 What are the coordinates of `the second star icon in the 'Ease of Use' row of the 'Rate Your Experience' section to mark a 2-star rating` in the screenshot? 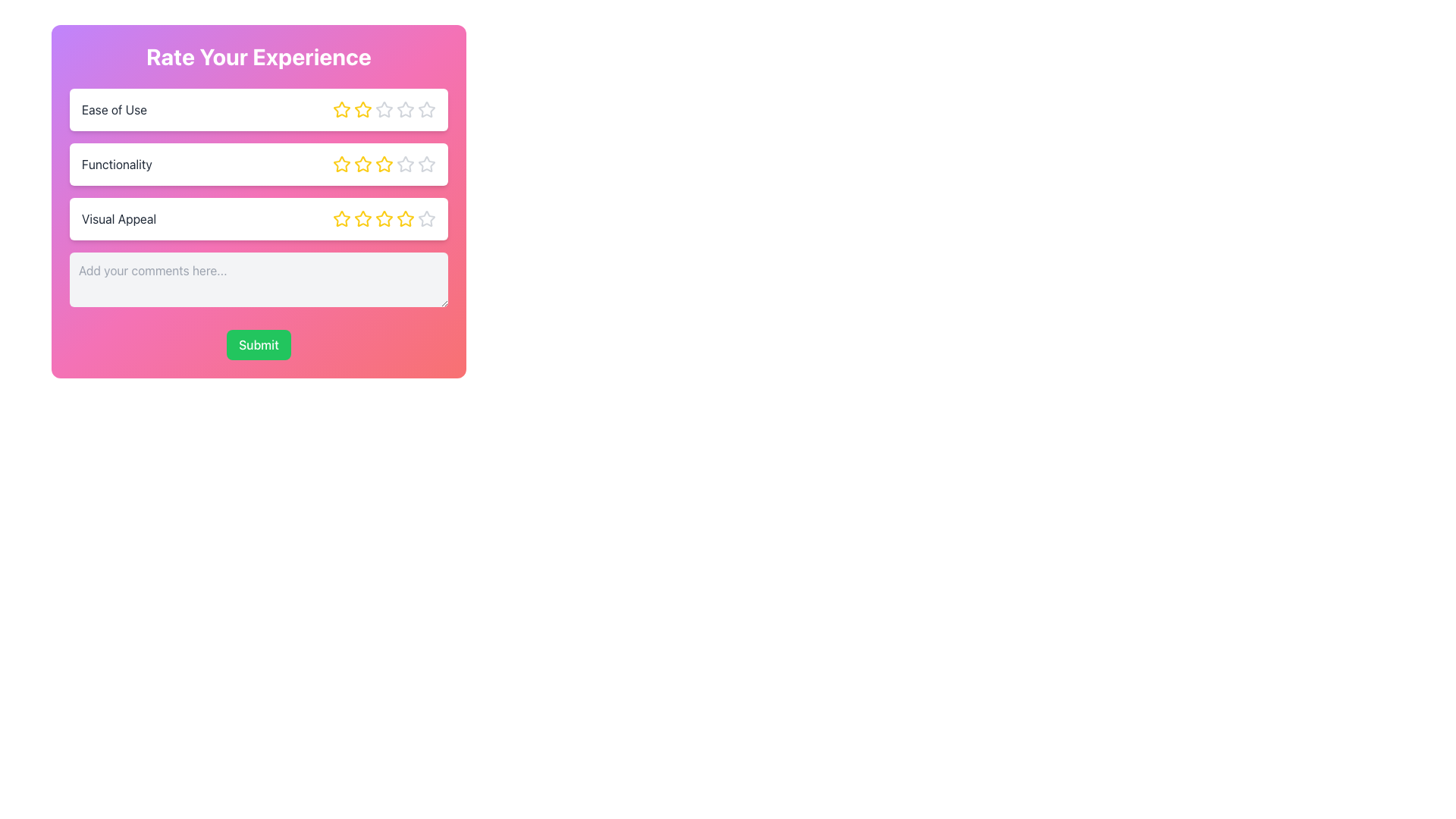 It's located at (362, 108).